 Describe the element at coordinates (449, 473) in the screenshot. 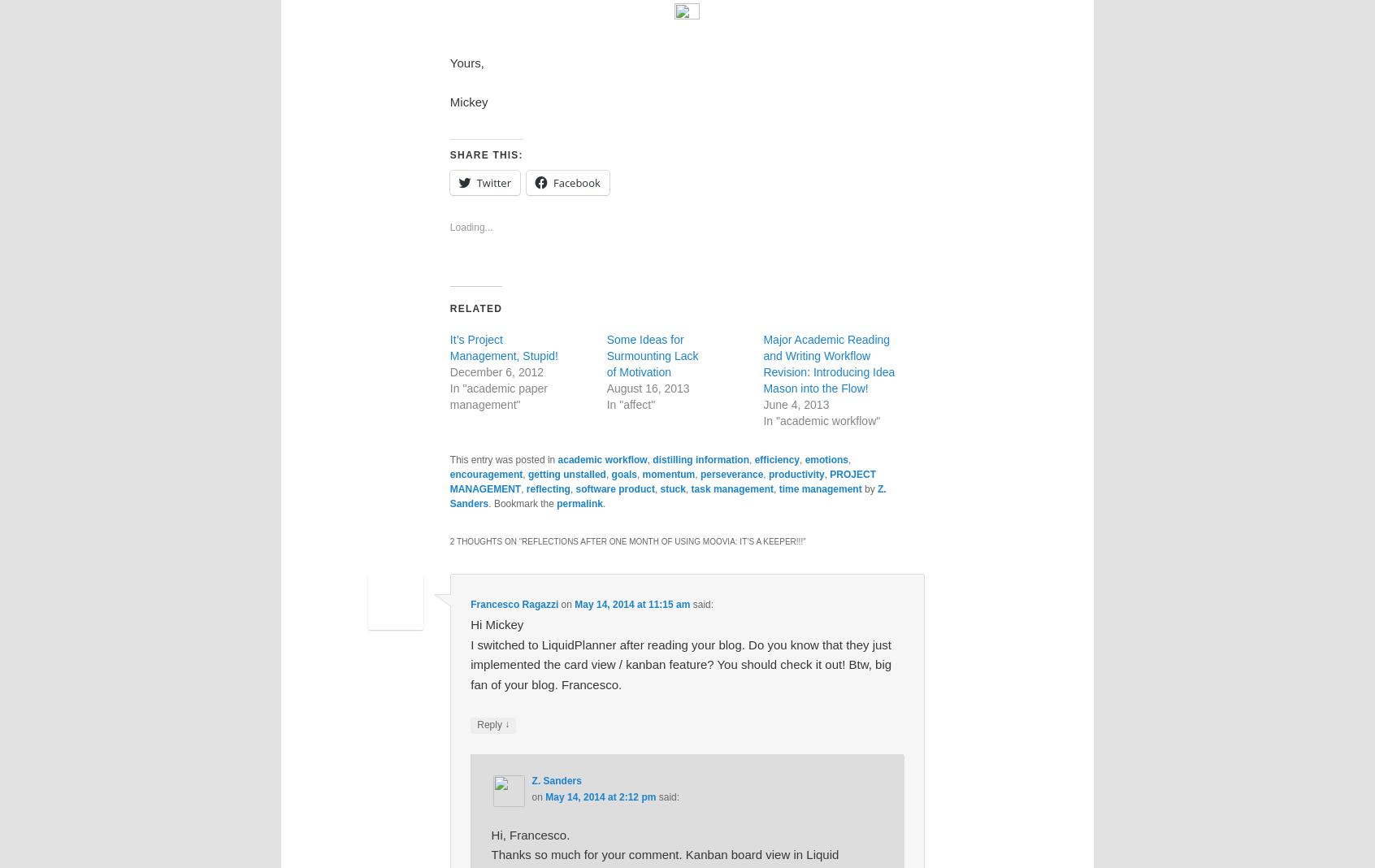

I see `'encouragement'` at that location.